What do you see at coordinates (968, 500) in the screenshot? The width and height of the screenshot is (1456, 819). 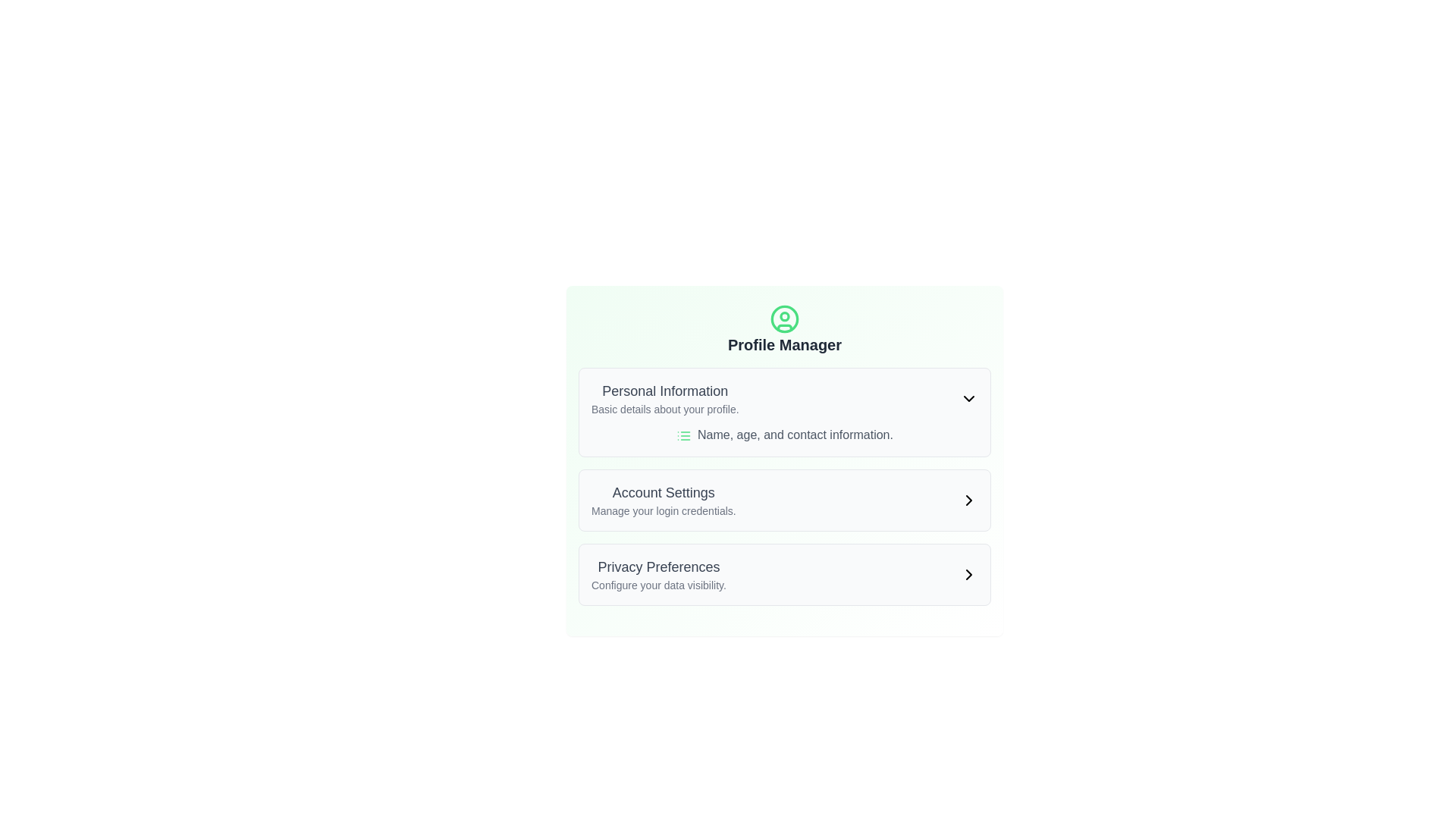 I see `the chevron icon indicating navigability for the 'Account Settings' section to trigger any tooltips` at bounding box center [968, 500].